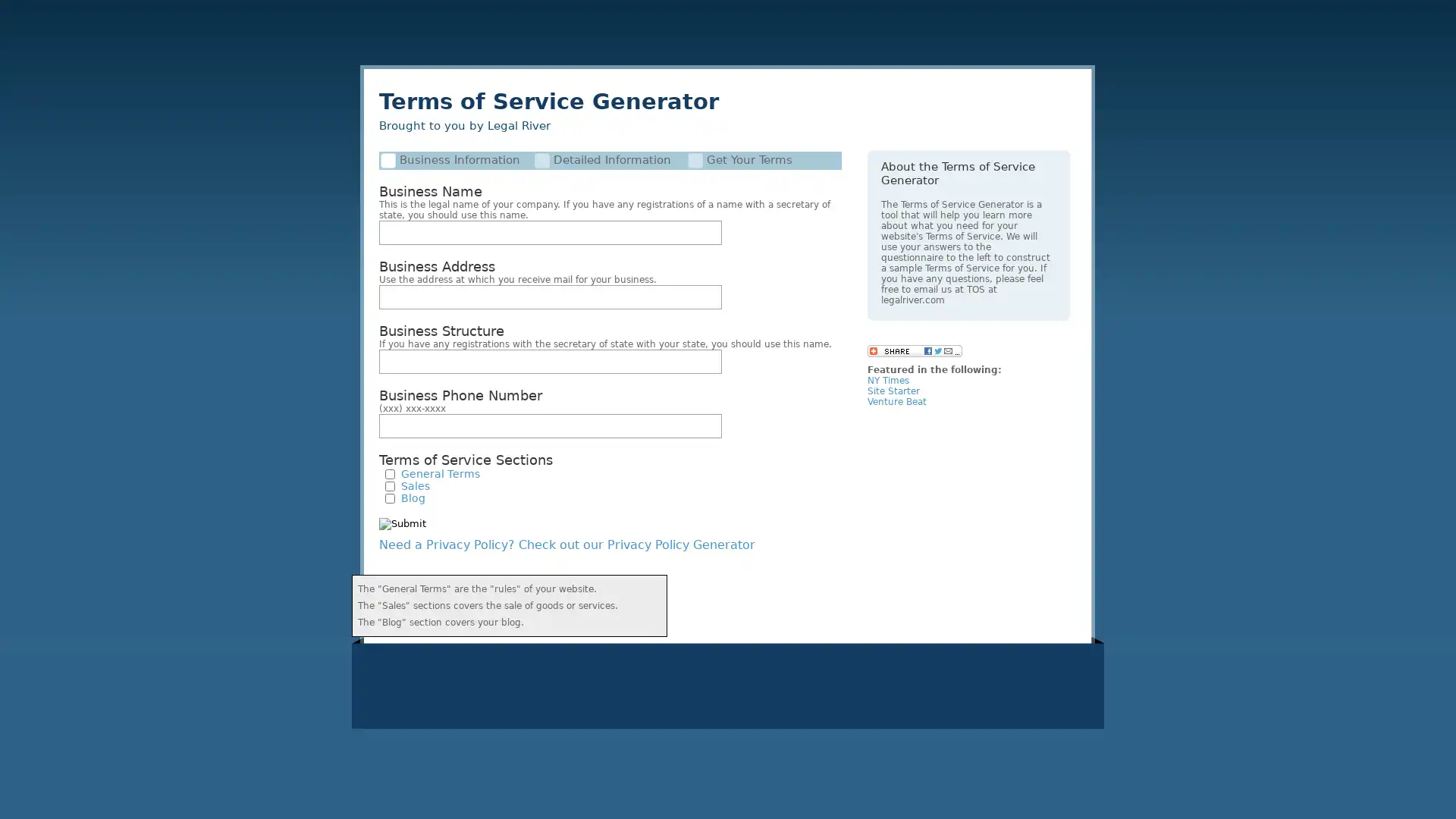 This screenshot has height=819, width=1456. I want to click on Submit, so click(403, 522).